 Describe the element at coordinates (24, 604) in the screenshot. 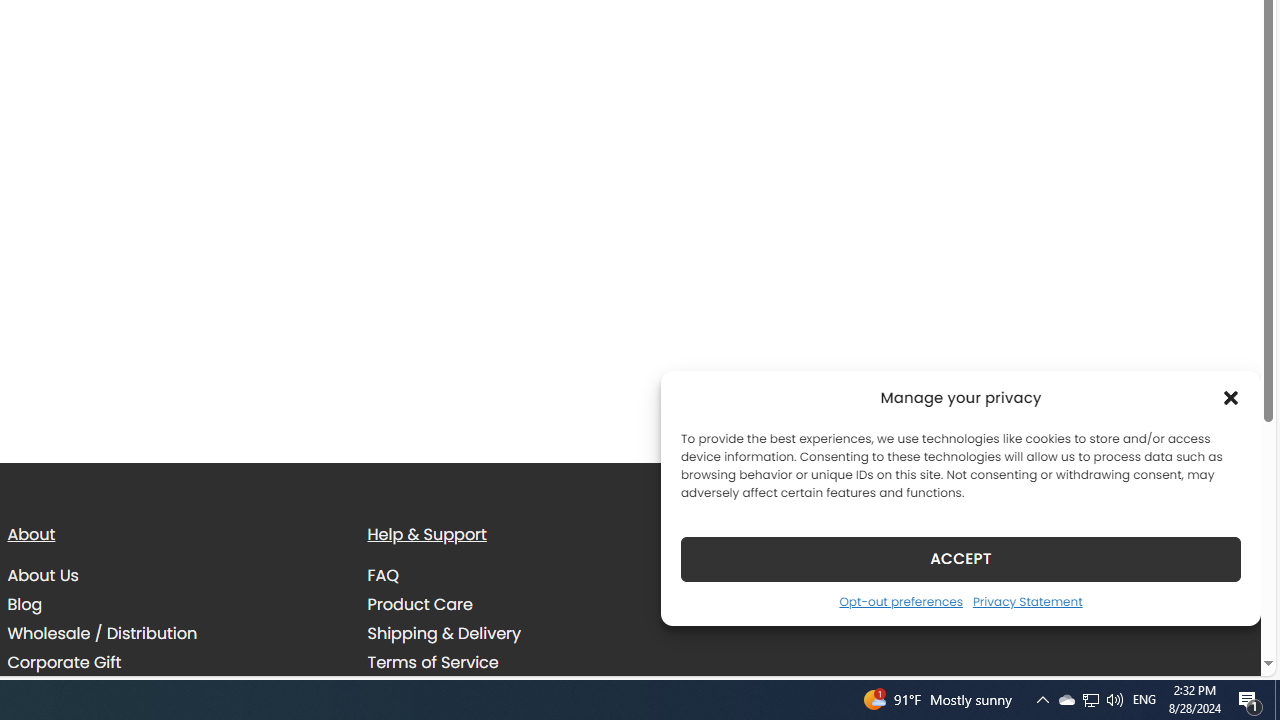

I see `'Blog'` at that location.